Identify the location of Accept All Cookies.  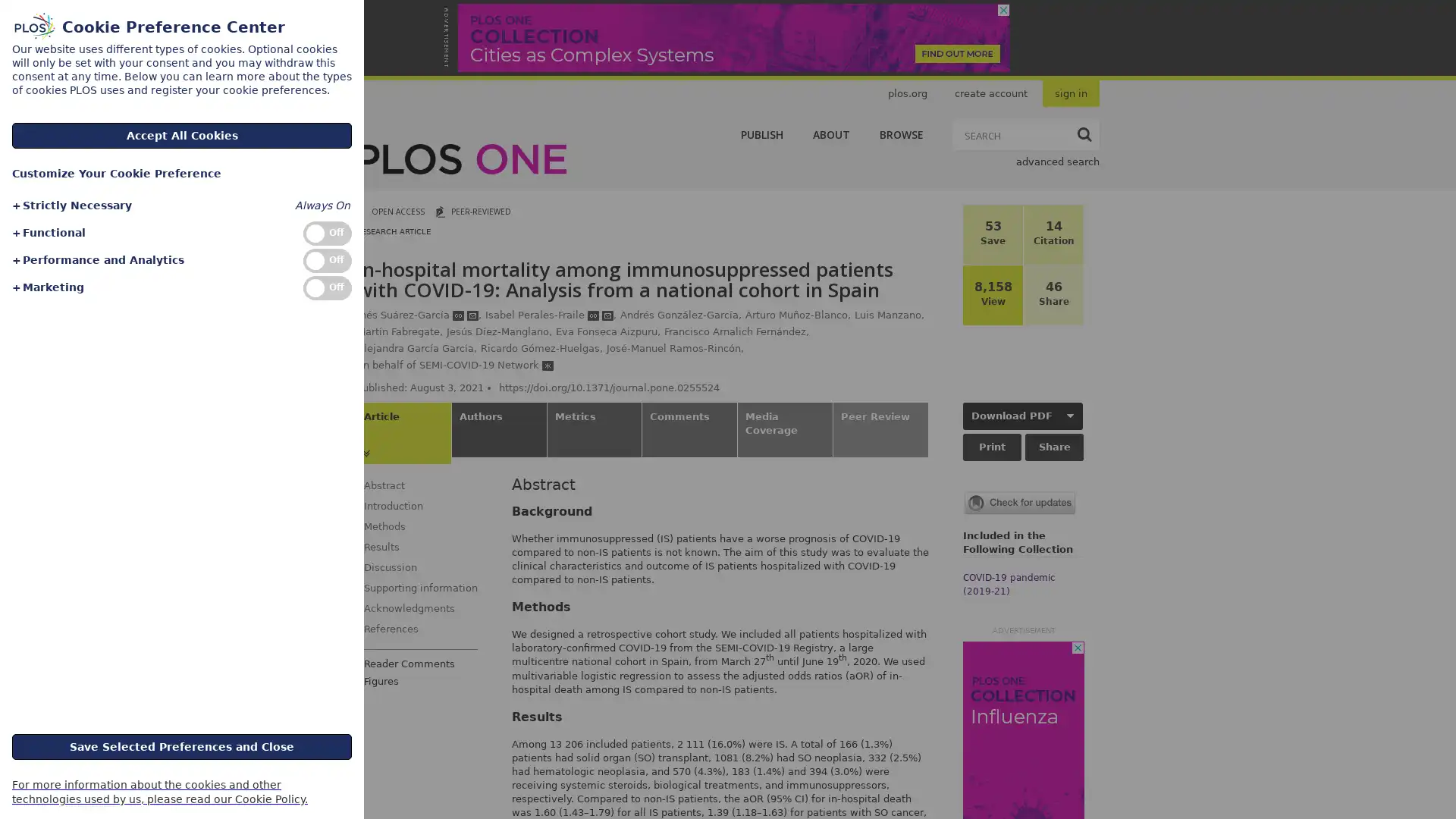
(182, 134).